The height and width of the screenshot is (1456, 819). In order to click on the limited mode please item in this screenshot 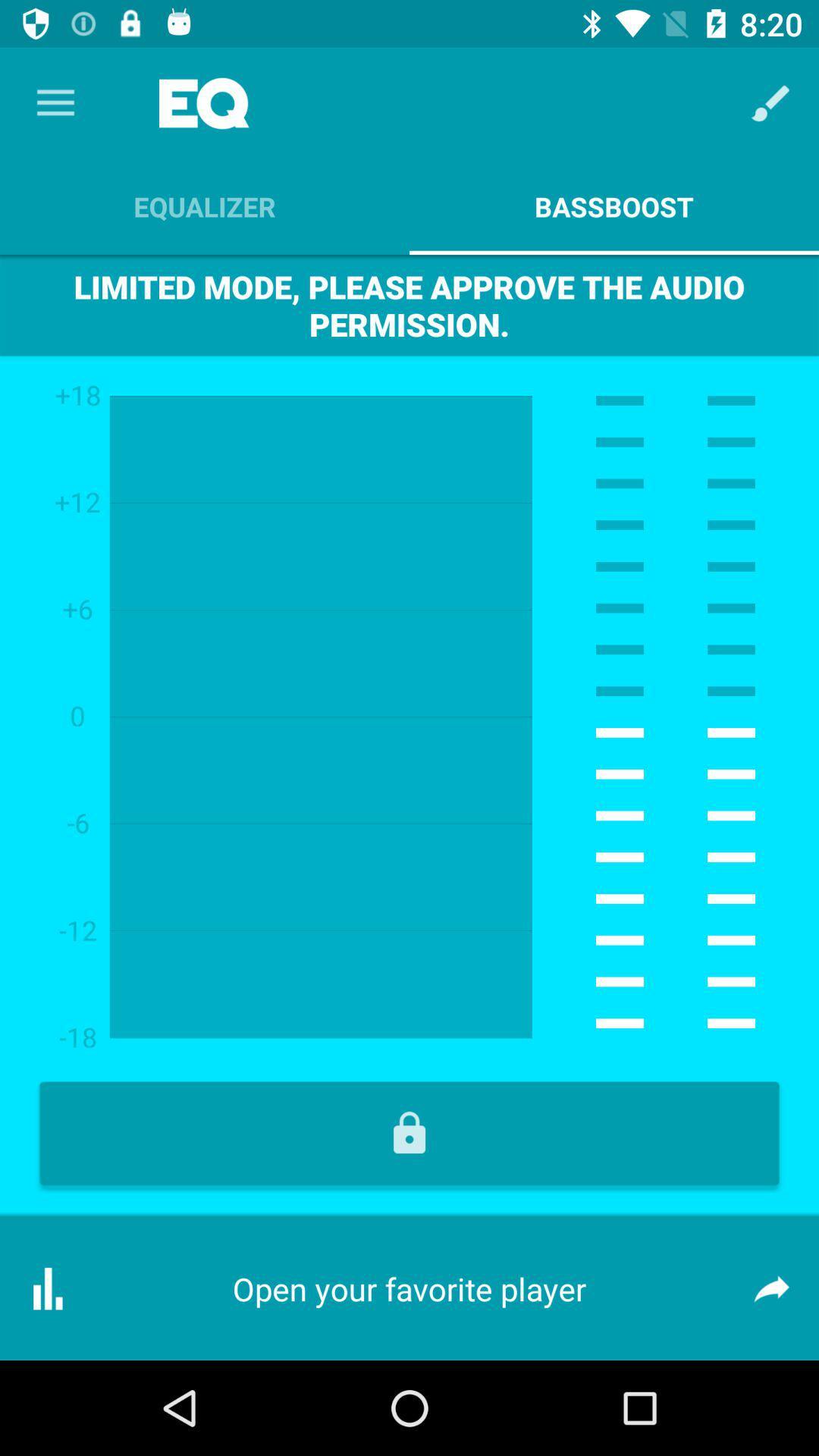, I will do `click(409, 304)`.